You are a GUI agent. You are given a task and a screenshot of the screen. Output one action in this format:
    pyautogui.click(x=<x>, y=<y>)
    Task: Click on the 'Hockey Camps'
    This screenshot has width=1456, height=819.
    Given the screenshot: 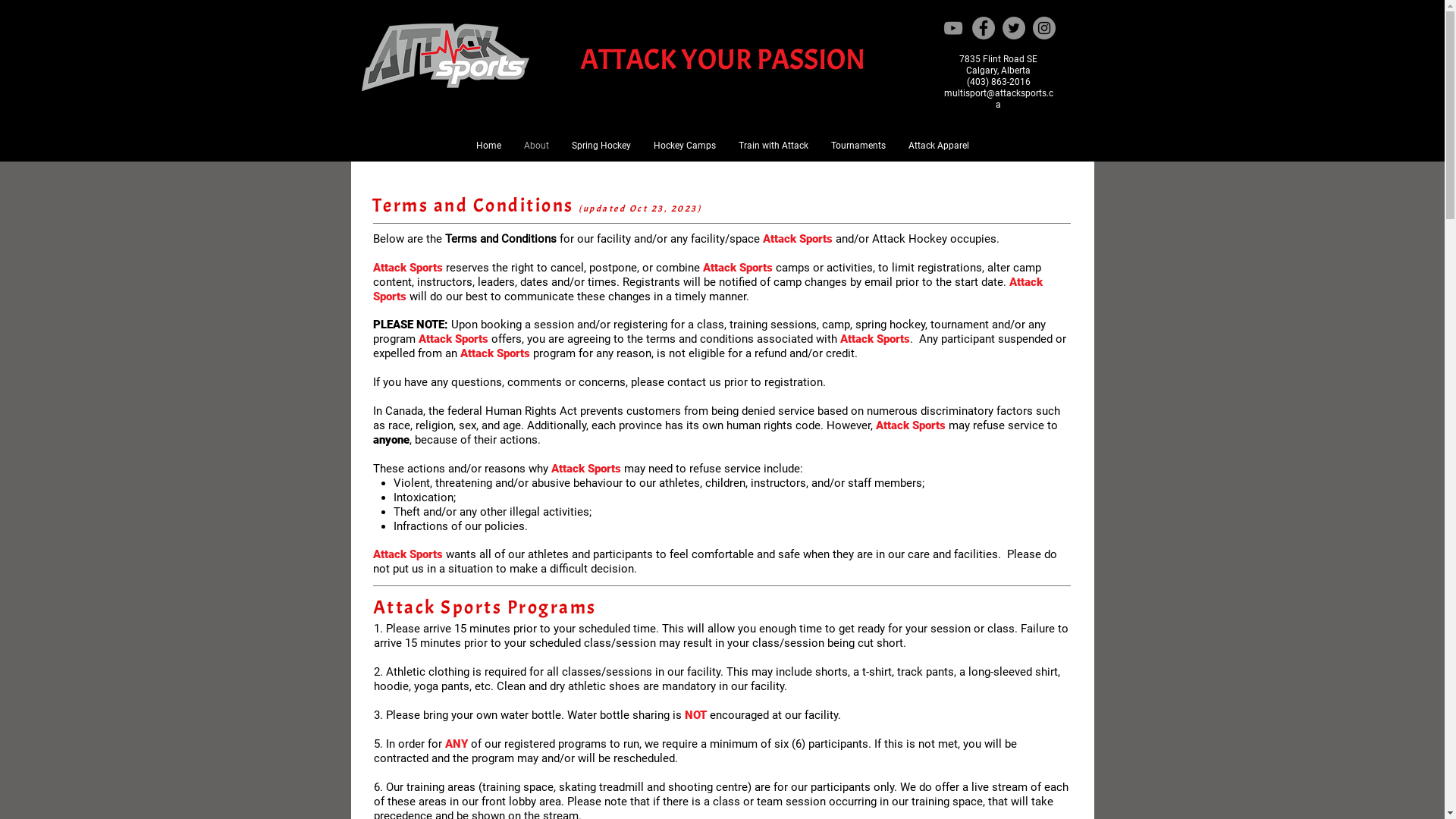 What is the action you would take?
    pyautogui.click(x=641, y=146)
    